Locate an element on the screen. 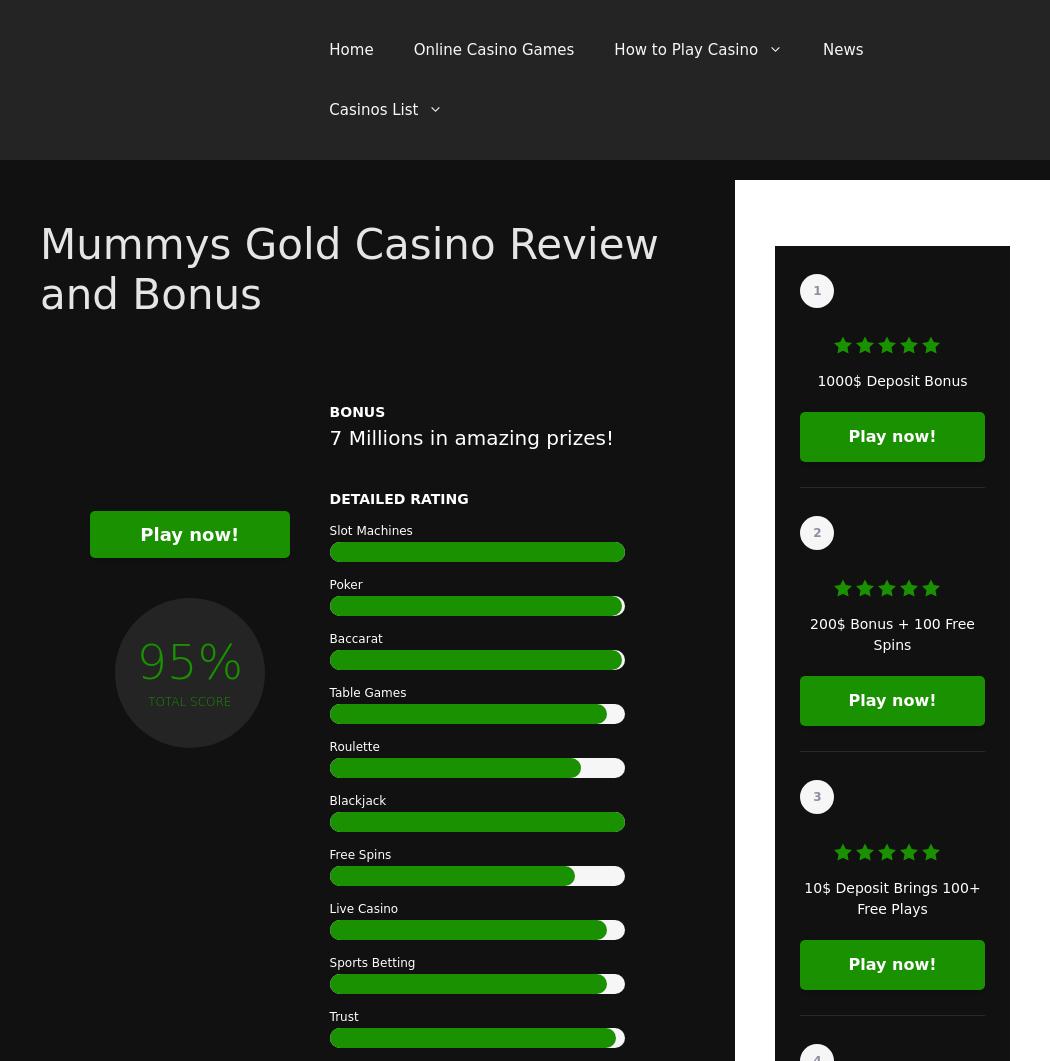  'How to Play Casino' is located at coordinates (685, 49).